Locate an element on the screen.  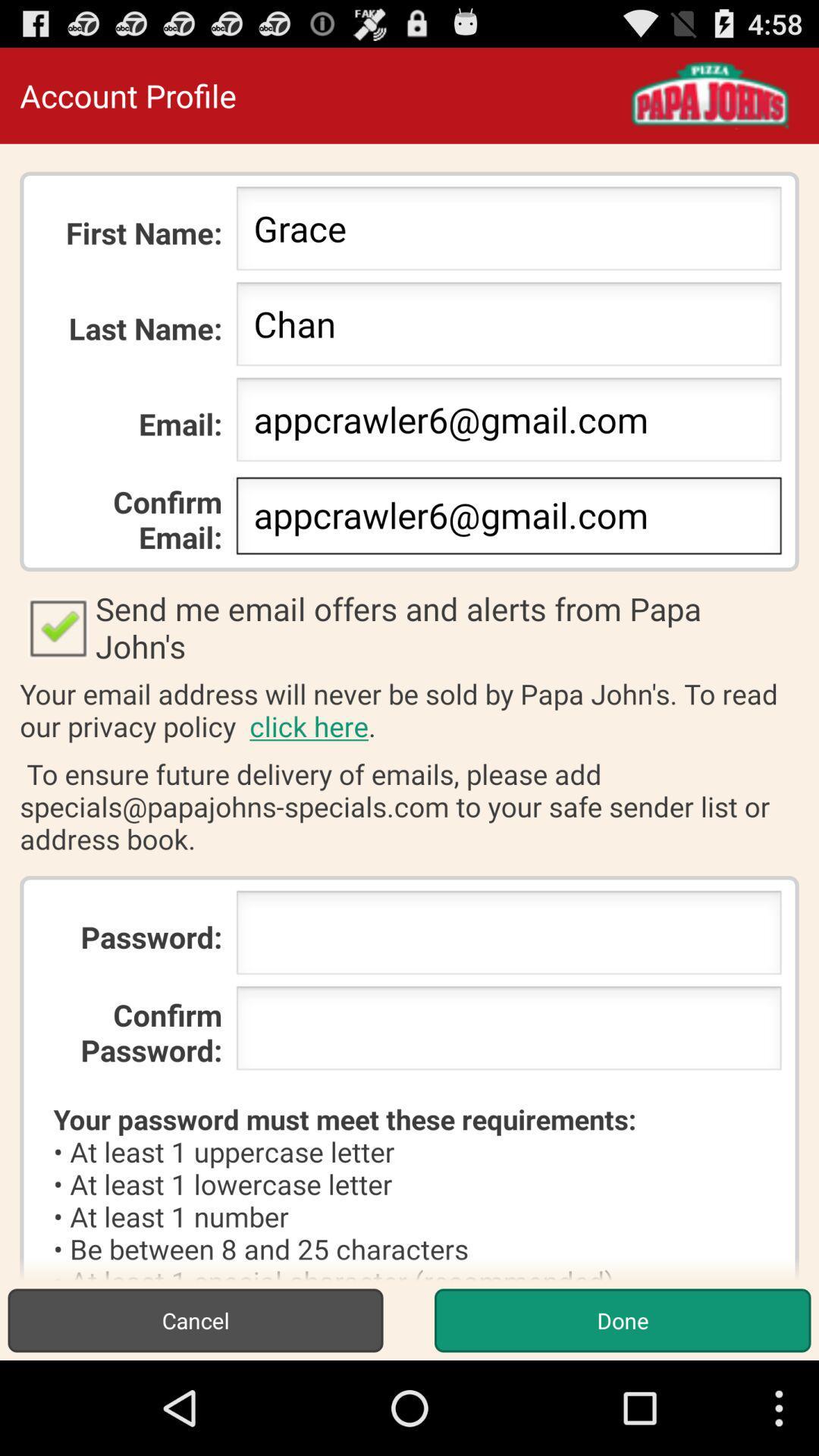
the item above chan is located at coordinates (509, 232).